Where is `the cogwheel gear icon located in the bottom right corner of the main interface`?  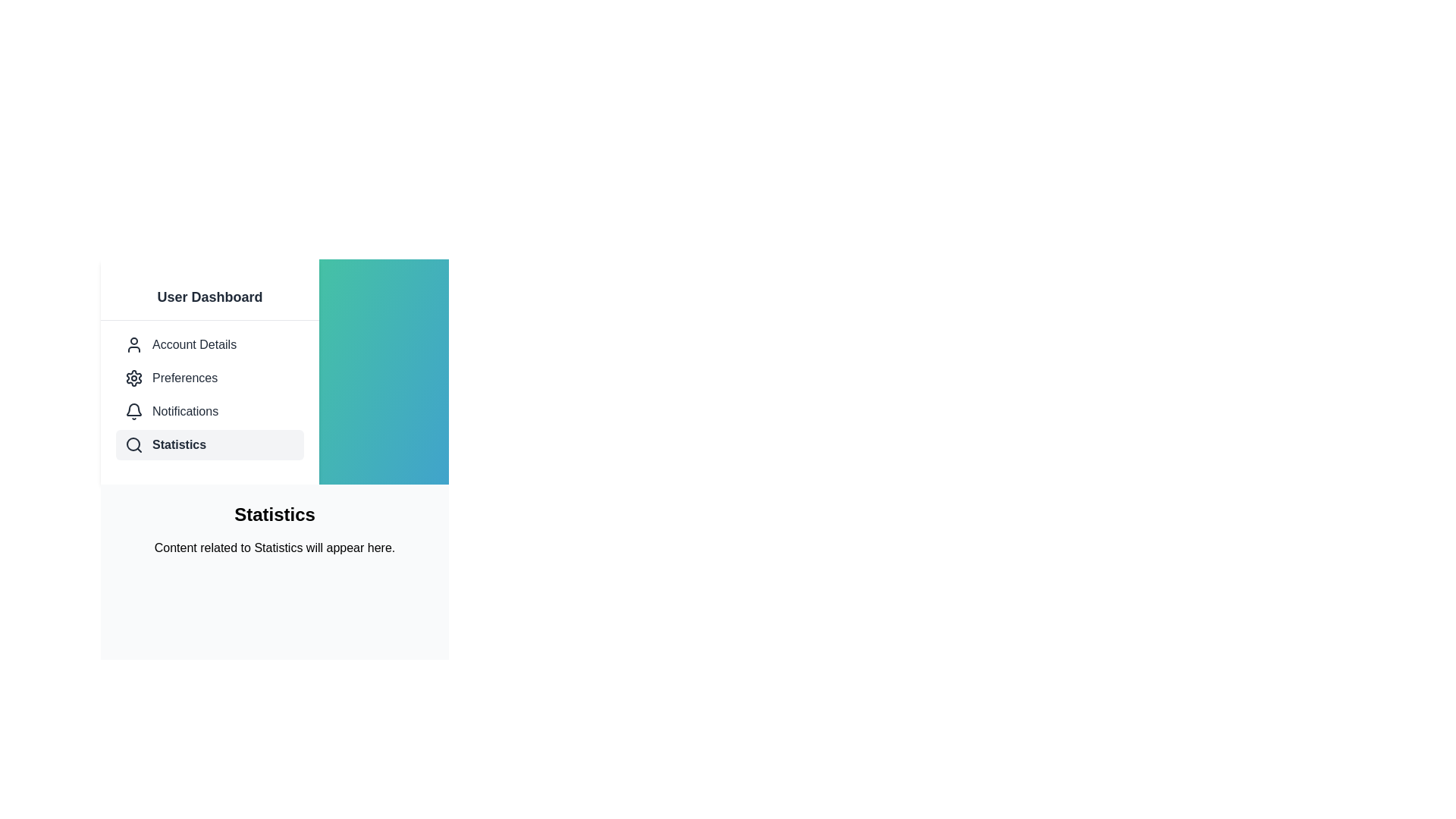 the cogwheel gear icon located in the bottom right corner of the main interface is located at coordinates (134, 377).